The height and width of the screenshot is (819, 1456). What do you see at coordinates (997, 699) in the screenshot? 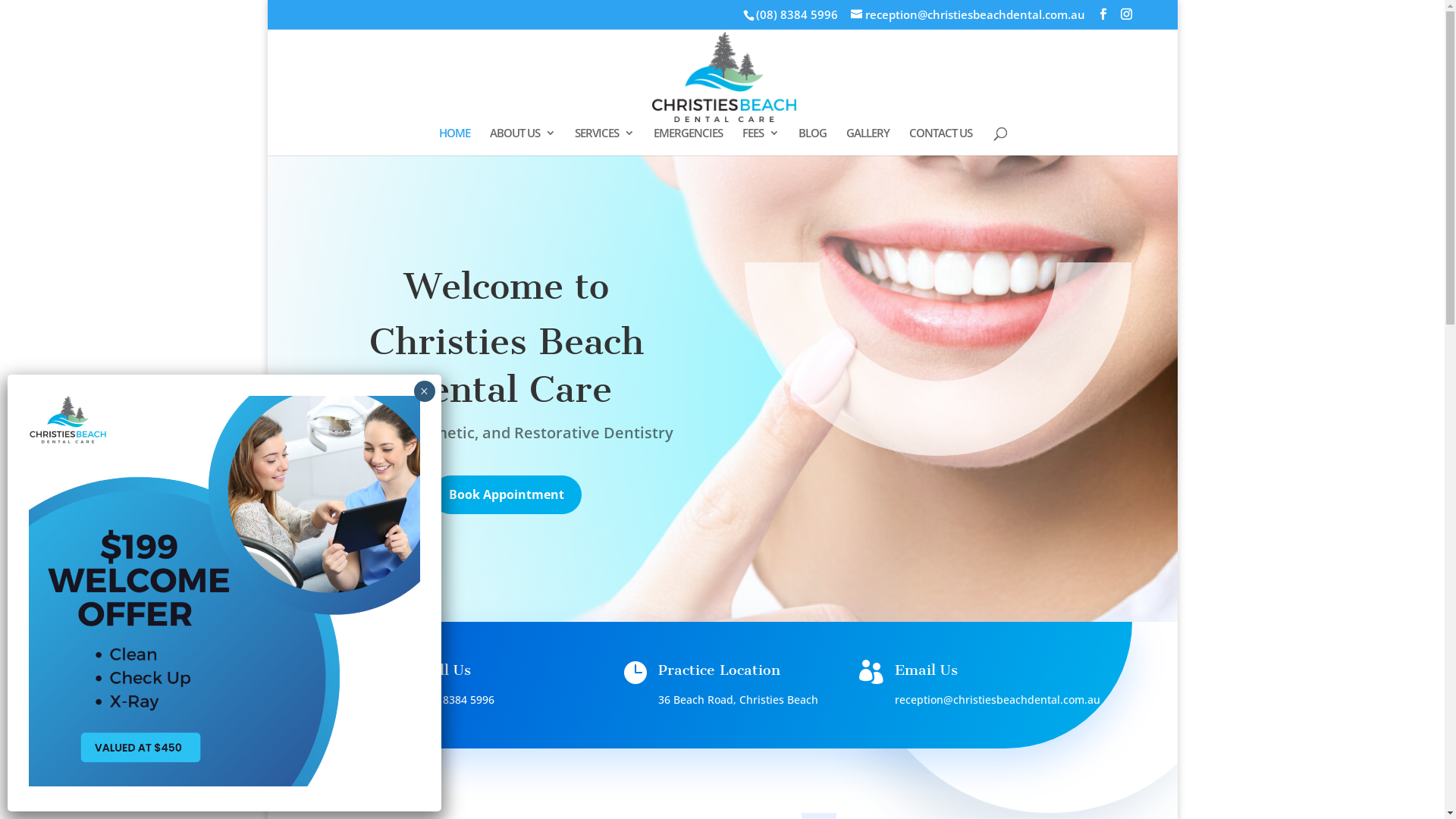
I see `'reception@christiesbeachdental.com.au'` at bounding box center [997, 699].